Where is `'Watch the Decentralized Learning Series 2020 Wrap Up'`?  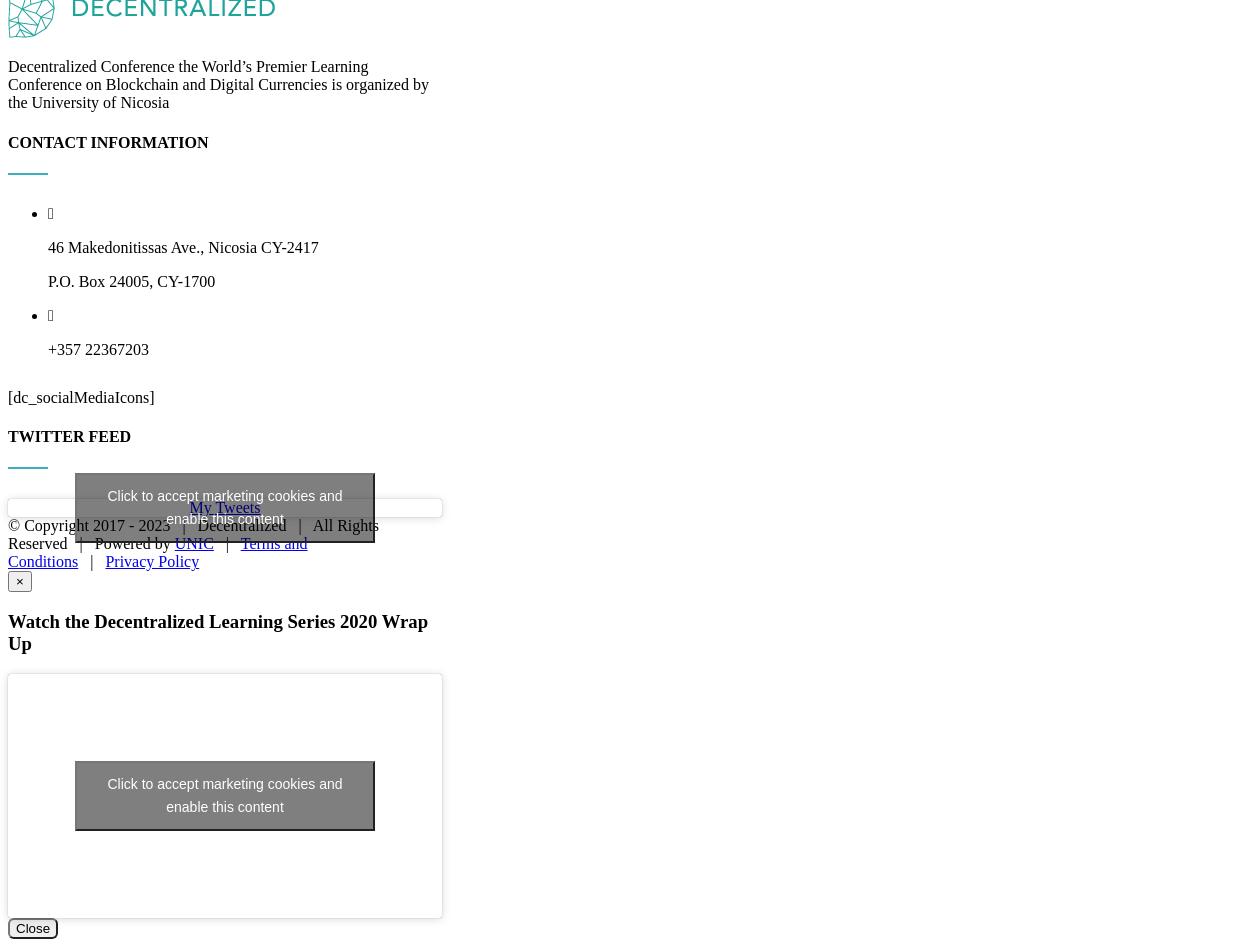 'Watch the Decentralized Learning Series 2020 Wrap Up' is located at coordinates (218, 833).